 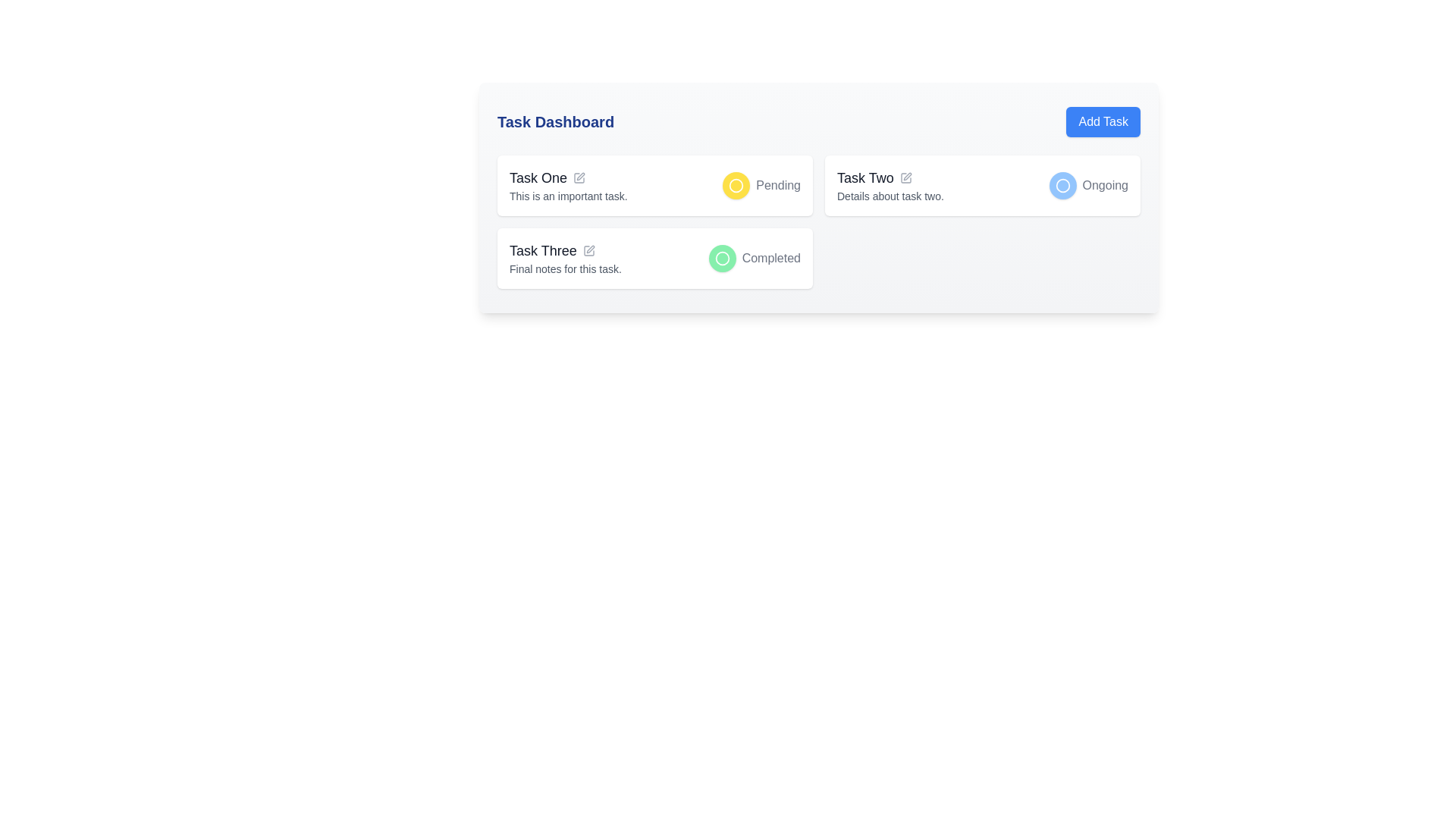 I want to click on the composite UI component labeled 'Task One', which includes a pencil-shaped icon for editing, to read the description for more task details, so click(x=567, y=185).